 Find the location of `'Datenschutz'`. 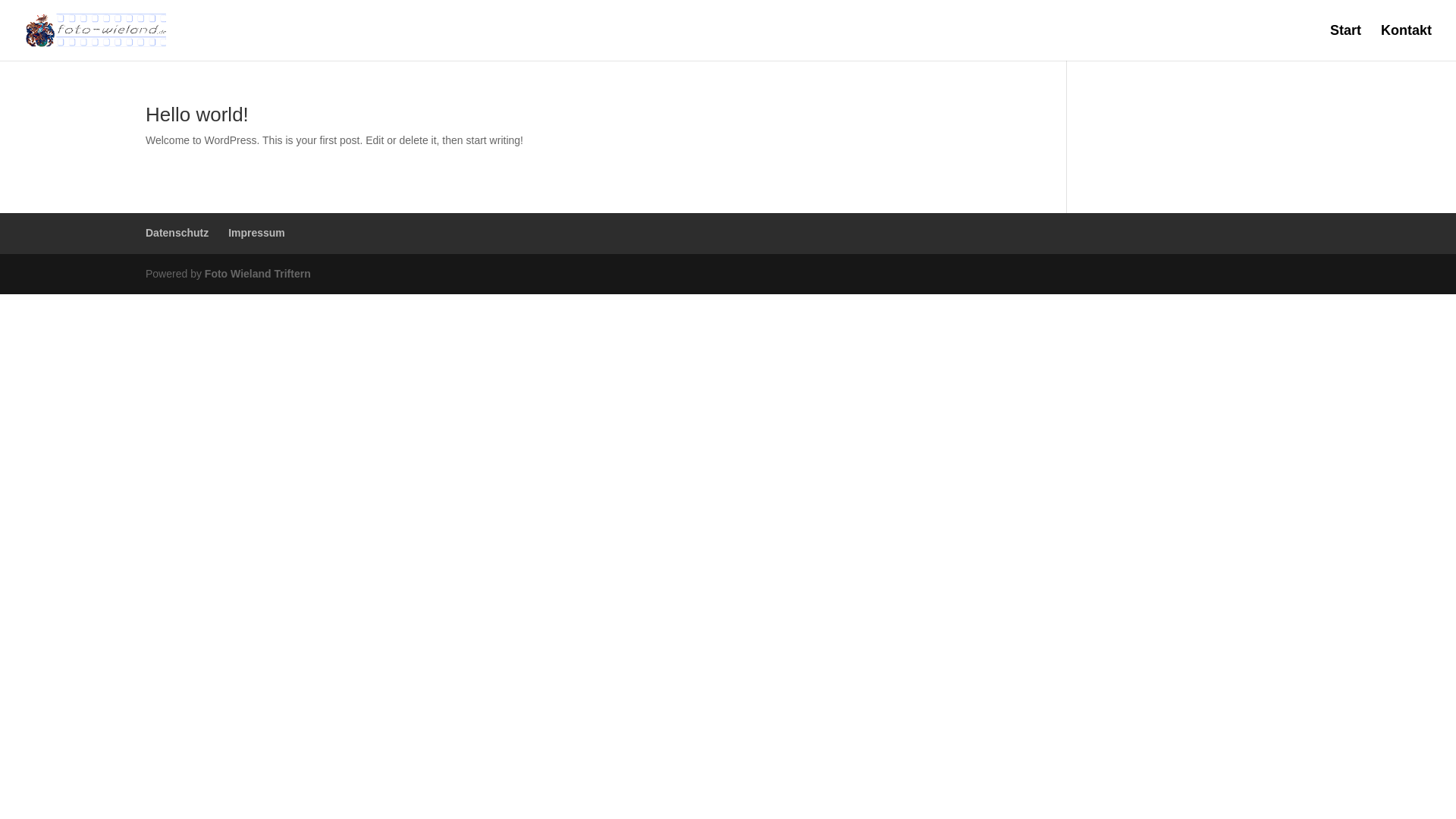

'Datenschutz' is located at coordinates (177, 233).